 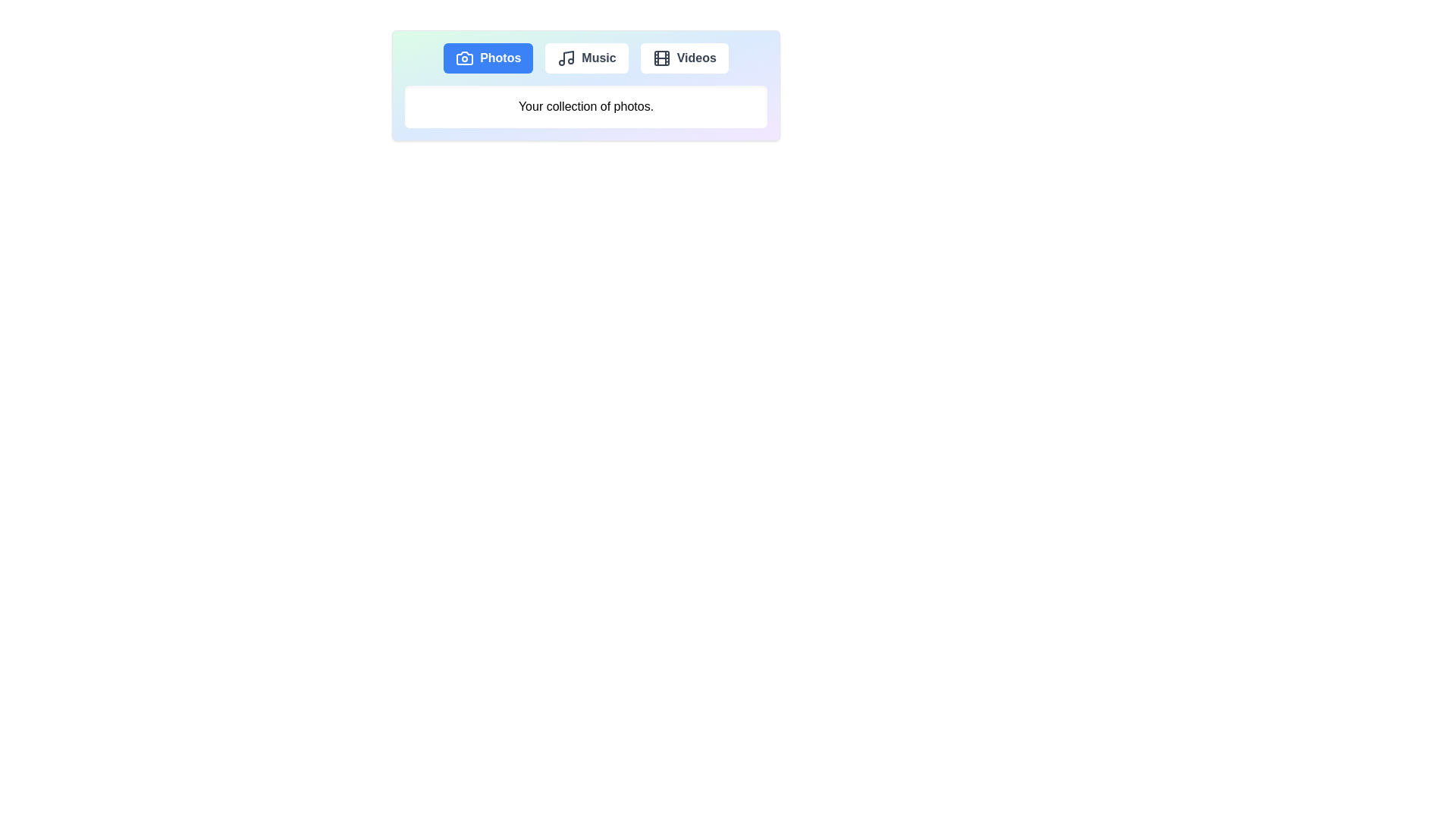 I want to click on the 'Photos' button, which has a blue background and white text, so click(x=488, y=58).